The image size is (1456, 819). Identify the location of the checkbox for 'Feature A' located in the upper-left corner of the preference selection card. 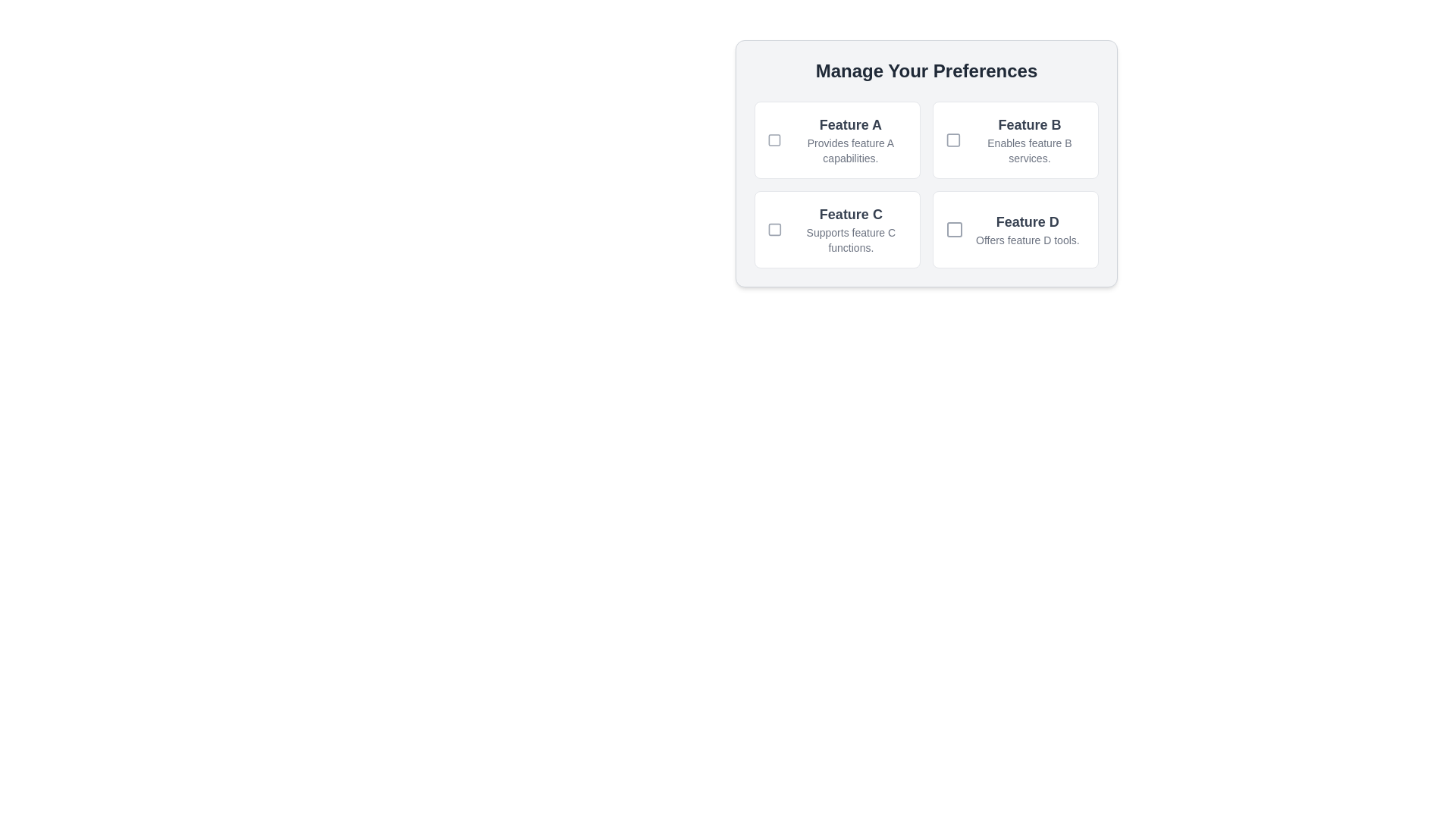
(774, 140).